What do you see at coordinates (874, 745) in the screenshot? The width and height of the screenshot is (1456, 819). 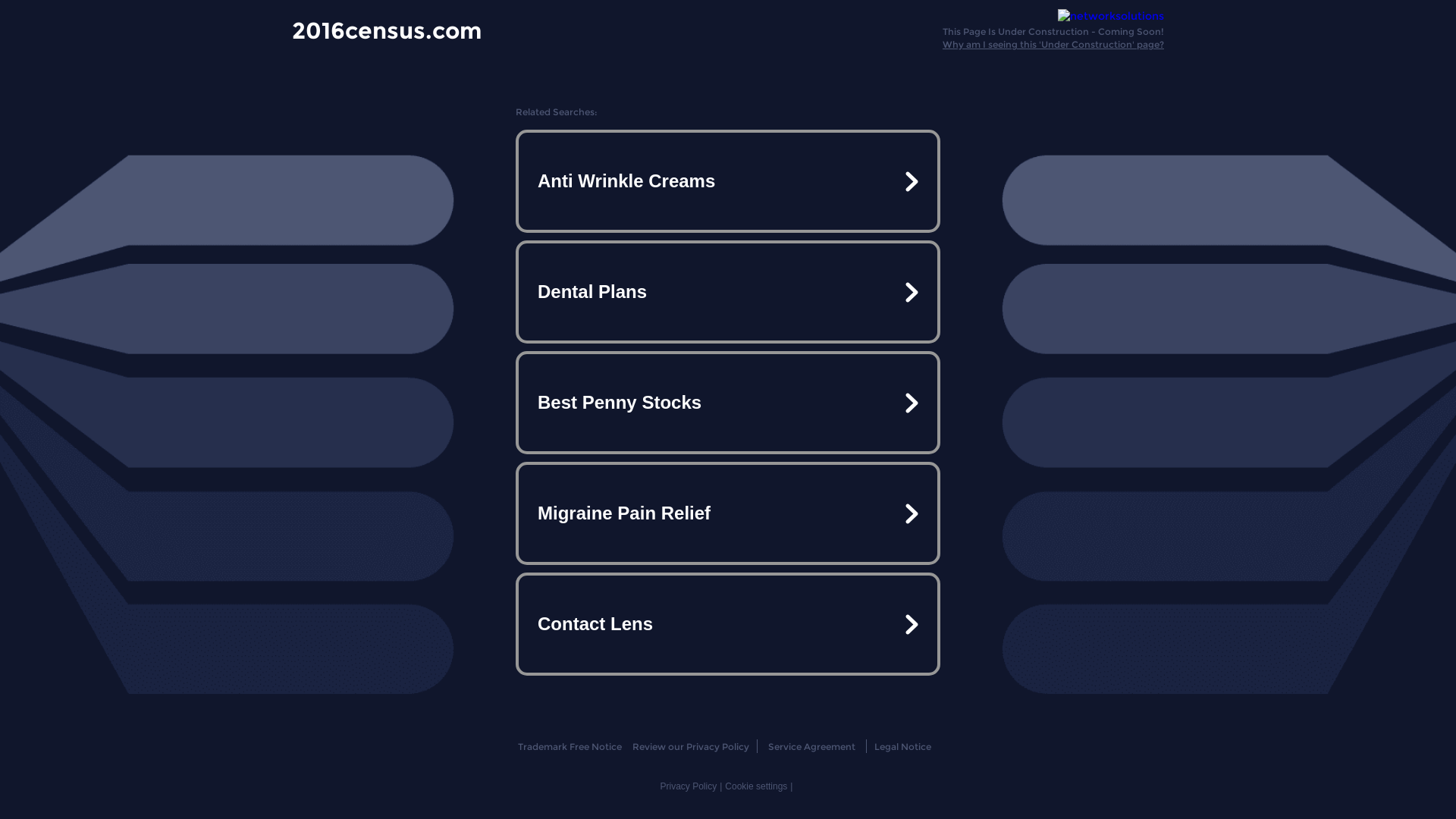 I see `'Legal Notice'` at bounding box center [874, 745].